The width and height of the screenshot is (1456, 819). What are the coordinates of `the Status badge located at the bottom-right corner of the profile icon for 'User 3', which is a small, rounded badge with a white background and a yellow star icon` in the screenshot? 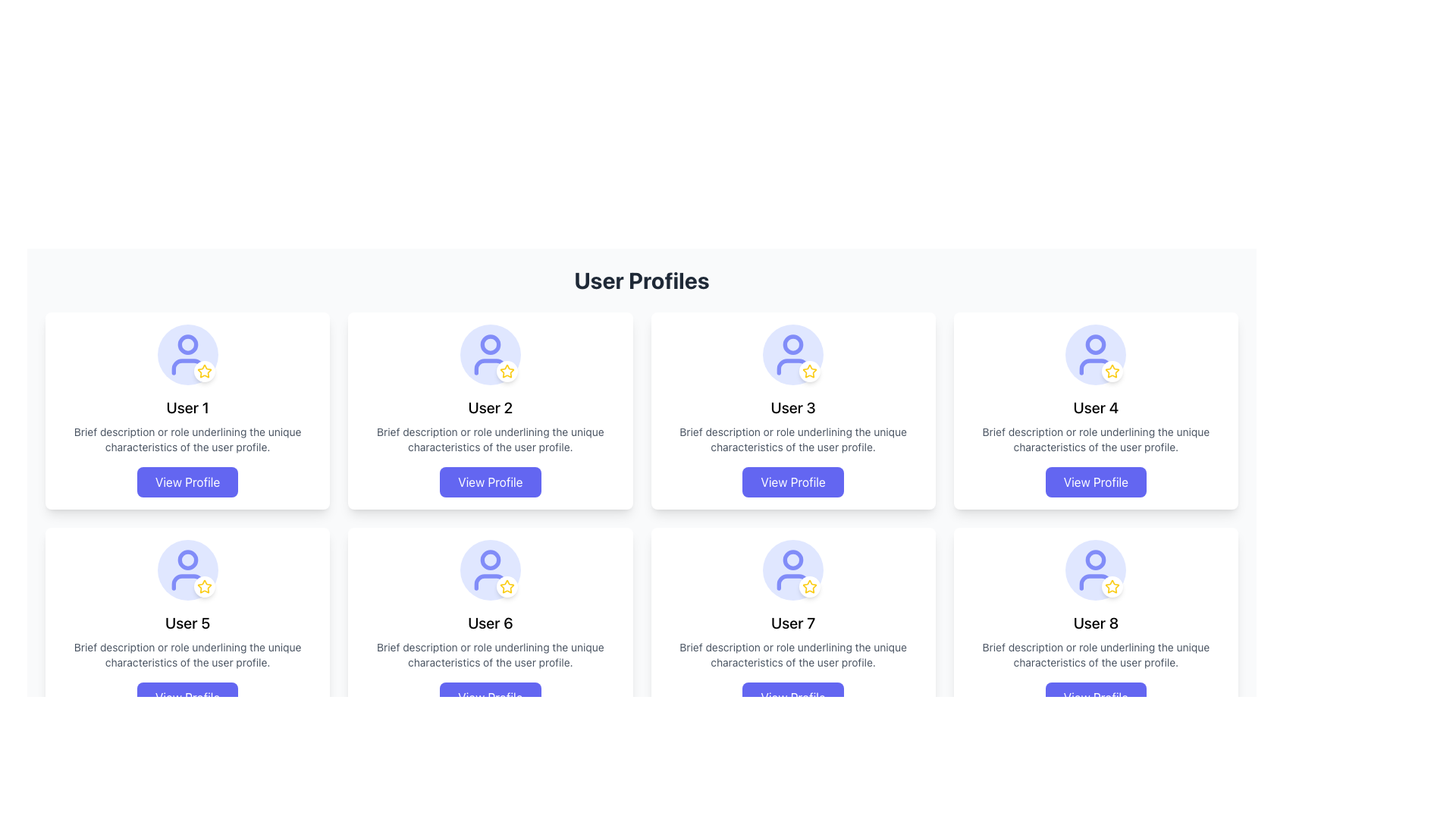 It's located at (809, 371).